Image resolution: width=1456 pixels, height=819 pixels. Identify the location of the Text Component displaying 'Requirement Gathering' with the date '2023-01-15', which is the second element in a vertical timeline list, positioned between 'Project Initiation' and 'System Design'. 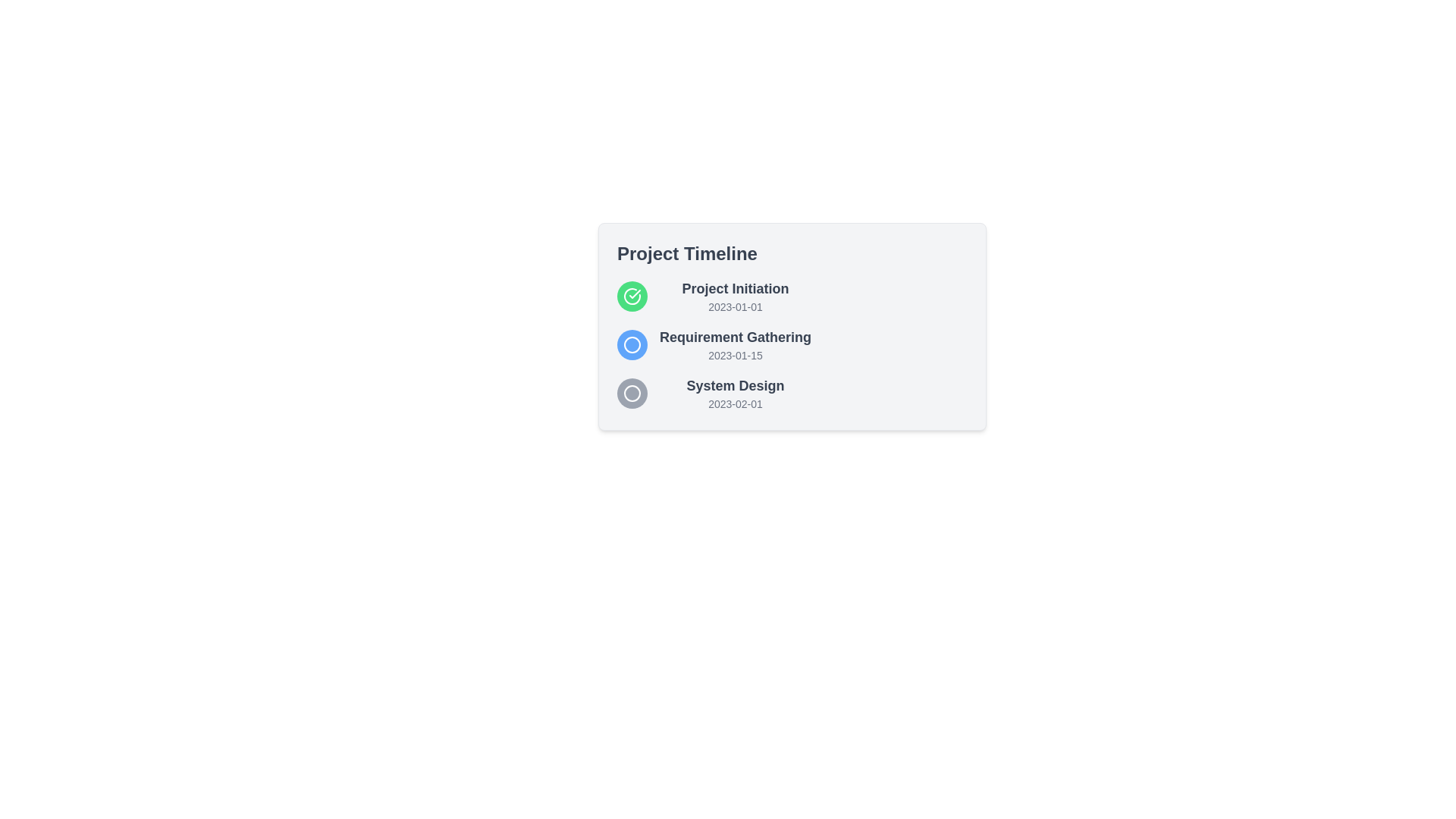
(735, 345).